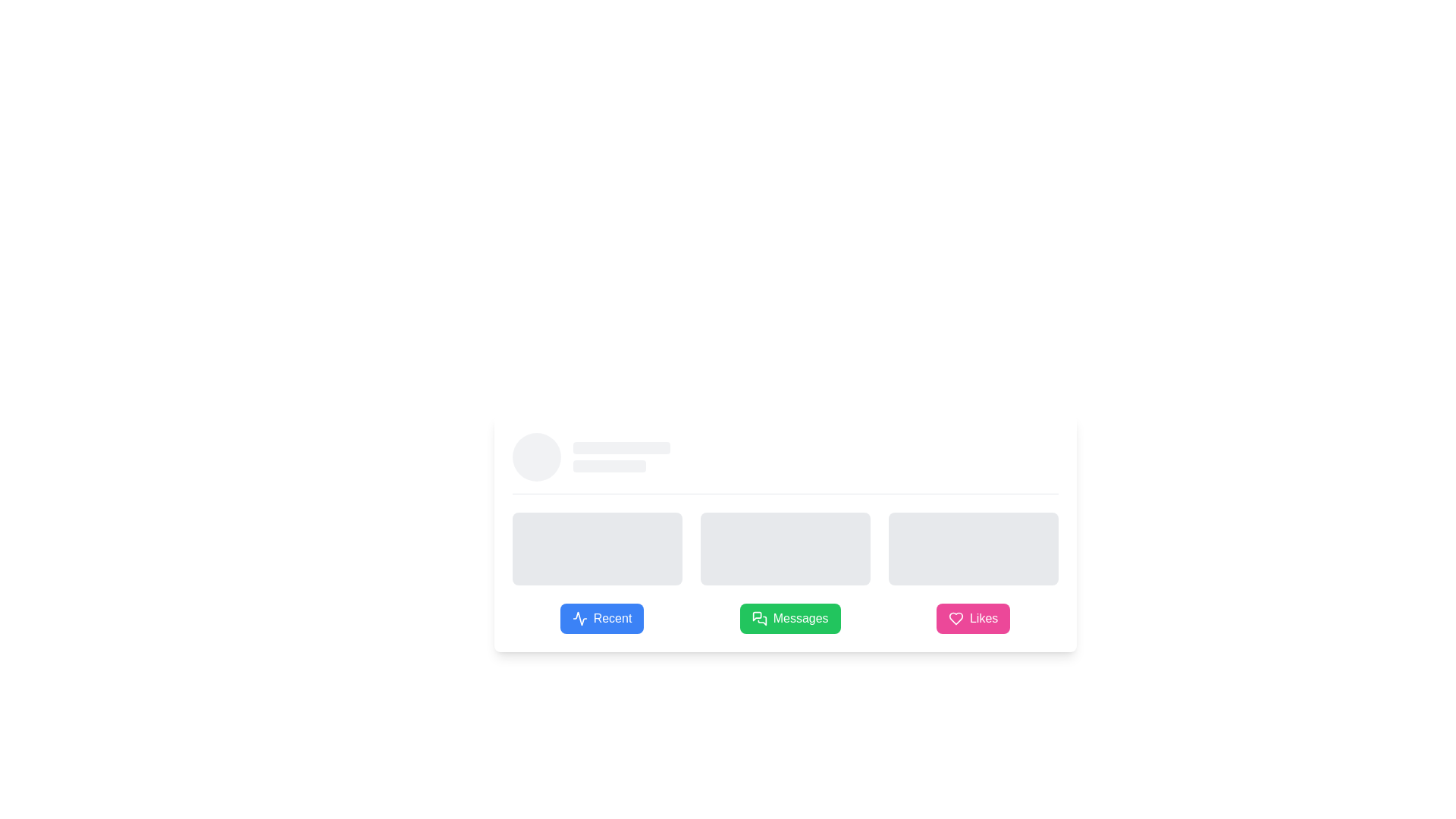 The width and height of the screenshot is (1456, 819). I want to click on the 'Likes' button located on the lower right side of the interface, so click(973, 619).